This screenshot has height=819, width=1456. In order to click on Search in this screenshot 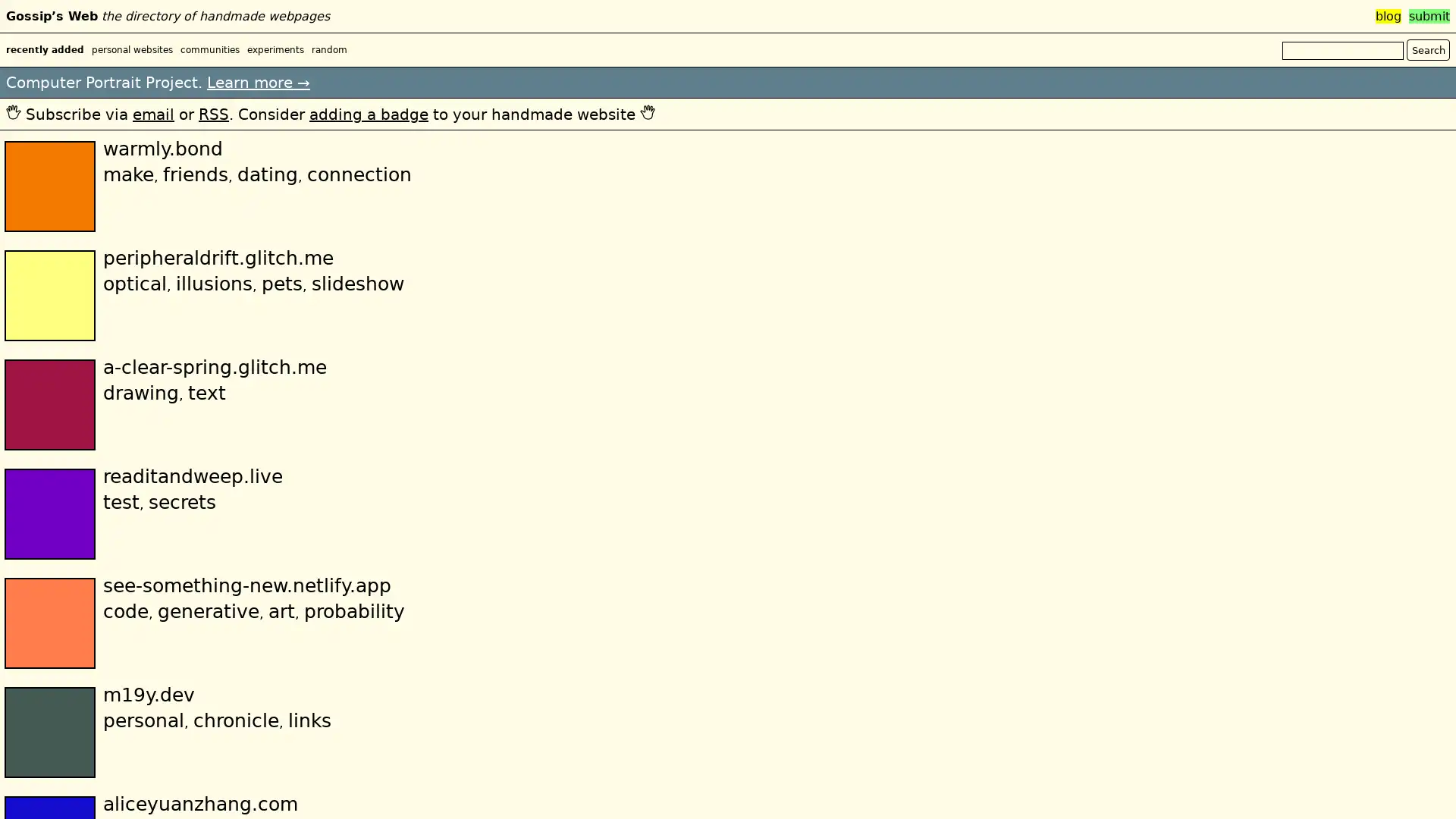, I will do `click(1427, 49)`.